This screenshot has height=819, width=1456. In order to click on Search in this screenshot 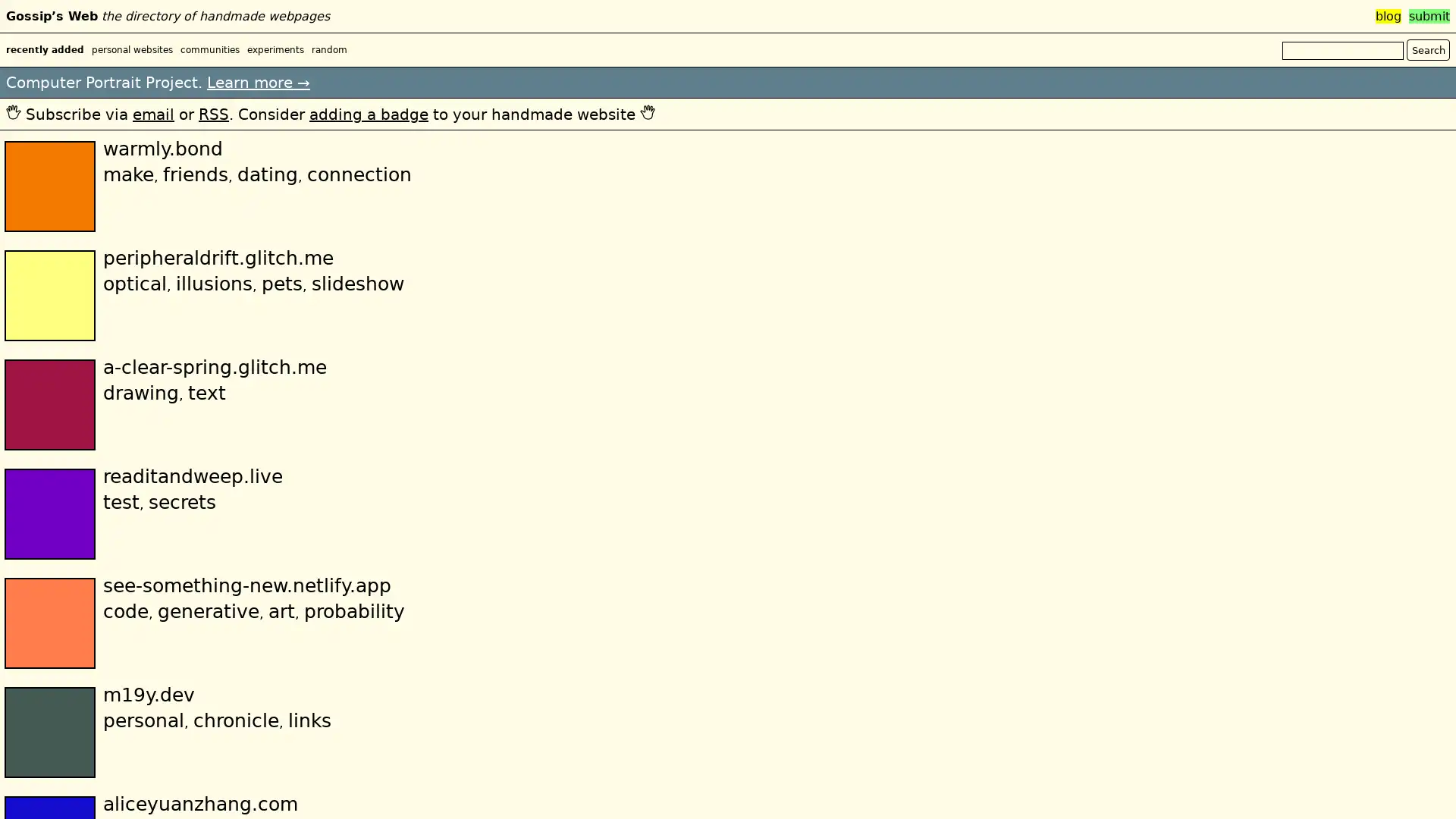, I will do `click(1427, 49)`.